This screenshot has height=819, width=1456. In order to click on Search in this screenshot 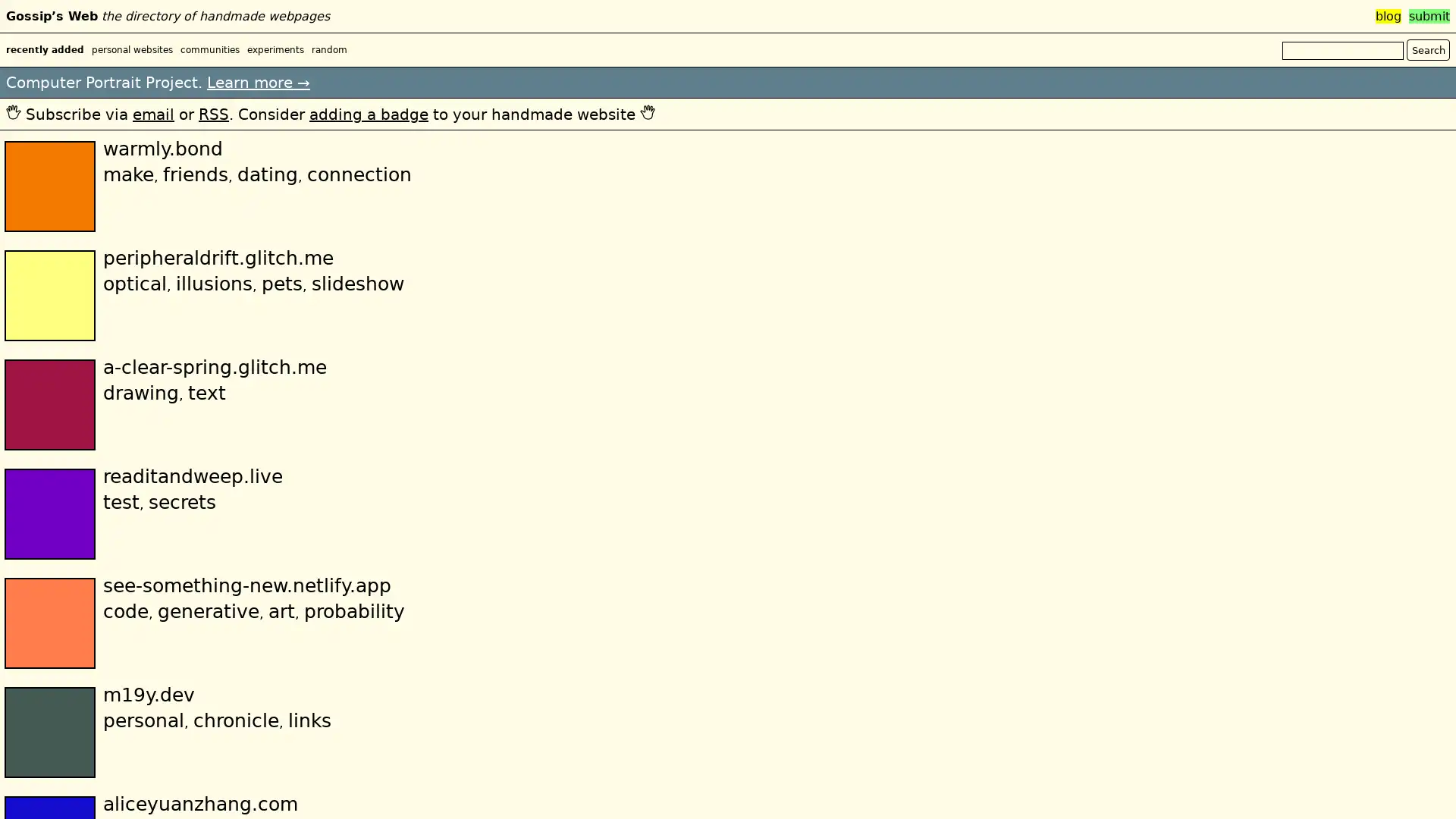, I will do `click(1427, 49)`.